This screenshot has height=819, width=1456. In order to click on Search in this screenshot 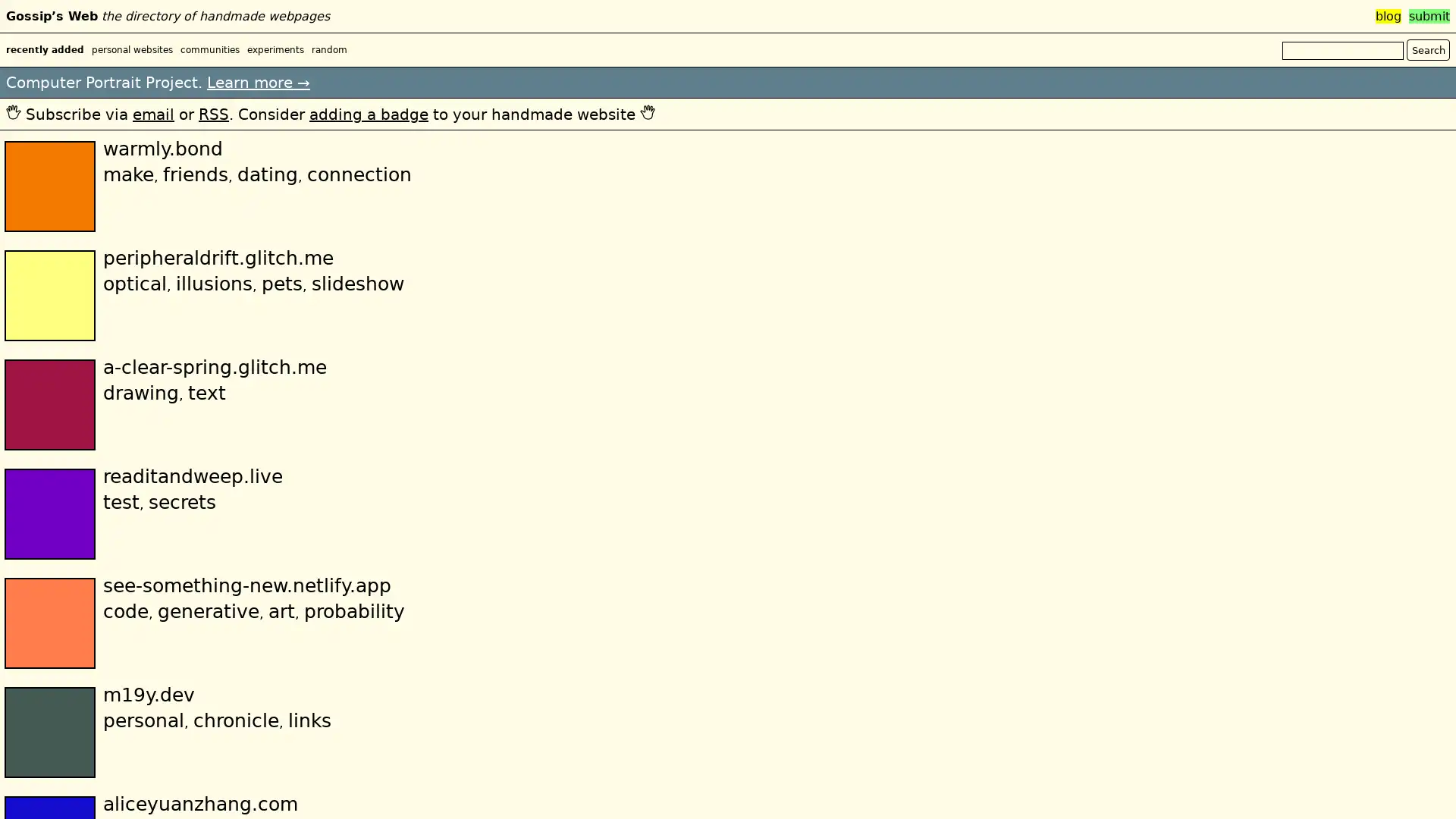, I will do `click(1427, 49)`.